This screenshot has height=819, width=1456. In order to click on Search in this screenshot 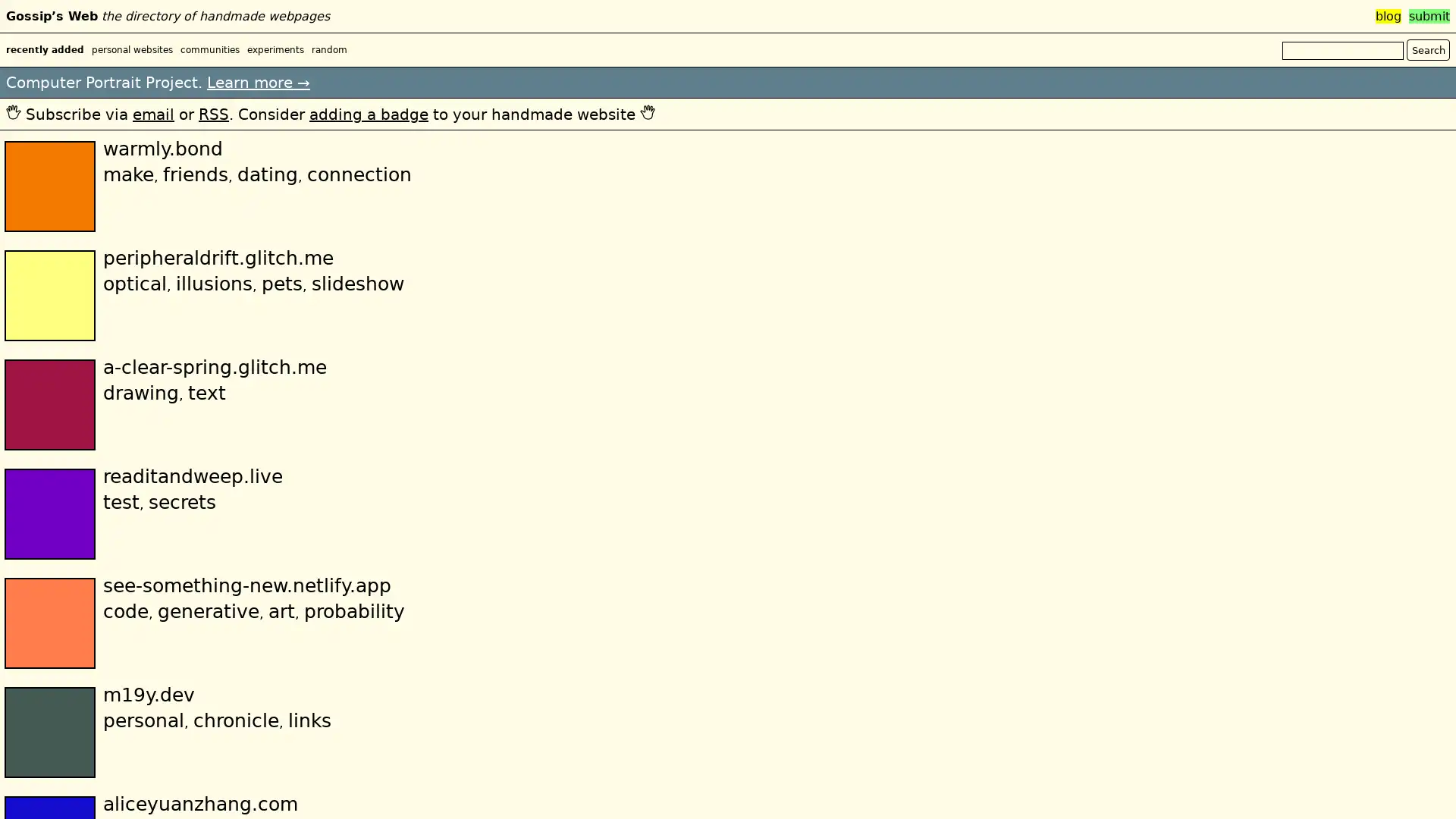, I will do `click(1427, 49)`.